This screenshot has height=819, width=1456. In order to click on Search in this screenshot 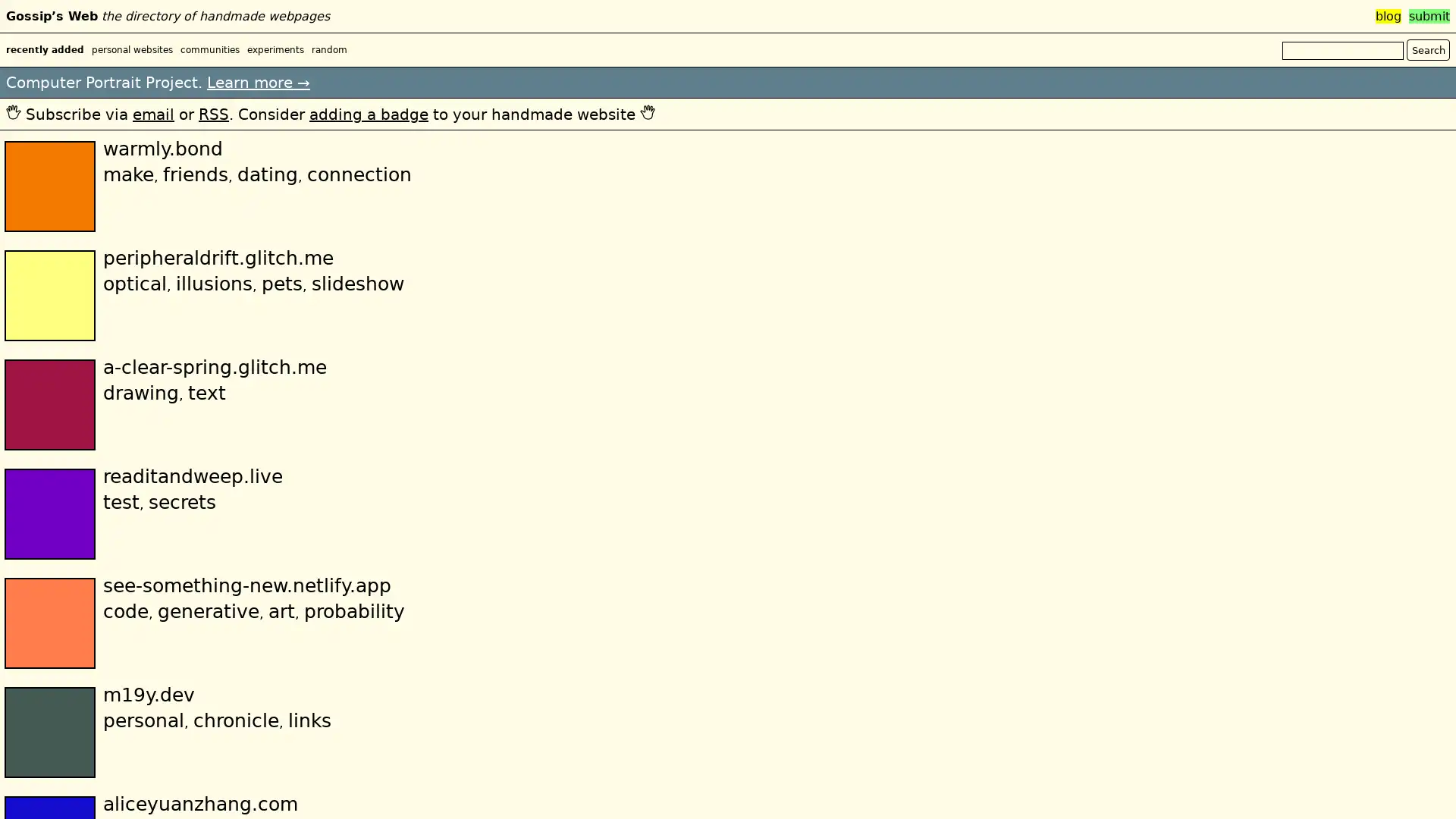, I will do `click(1427, 49)`.